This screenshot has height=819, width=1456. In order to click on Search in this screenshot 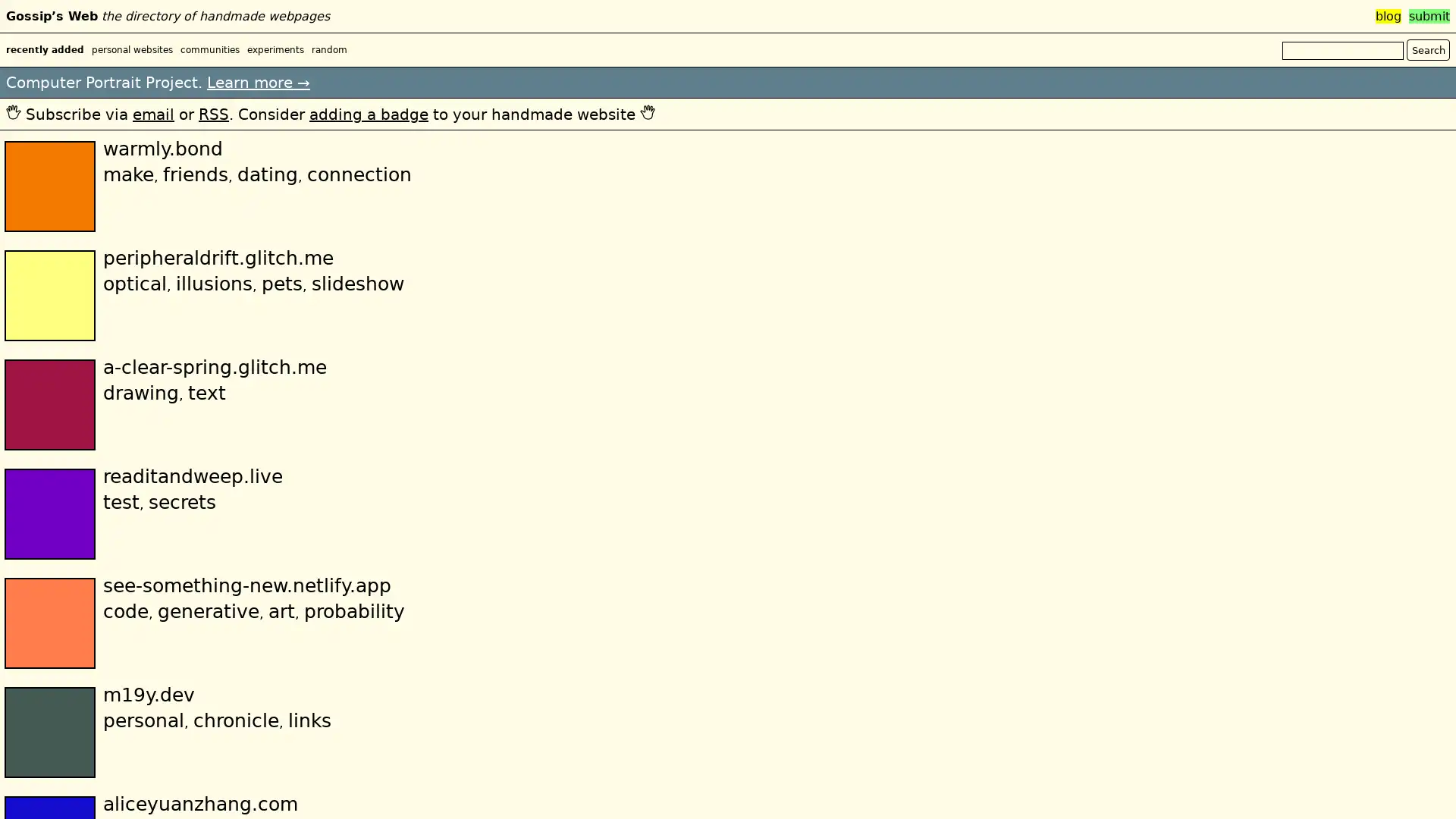, I will do `click(1427, 49)`.